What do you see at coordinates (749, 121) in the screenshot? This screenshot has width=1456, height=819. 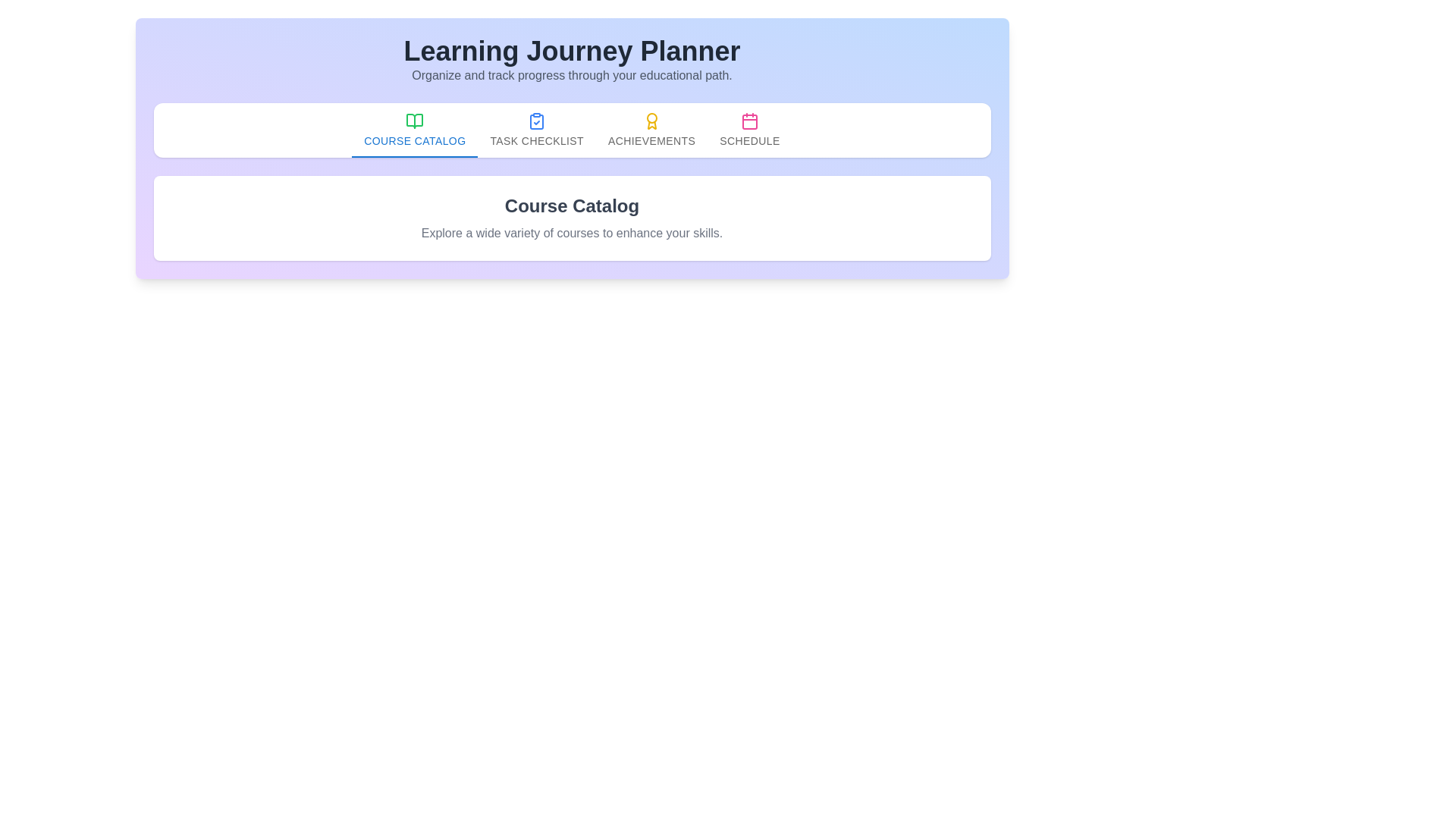 I see `the pink calendar icon labeled 'Schedule' in the horizontal navigation bar` at bounding box center [749, 121].